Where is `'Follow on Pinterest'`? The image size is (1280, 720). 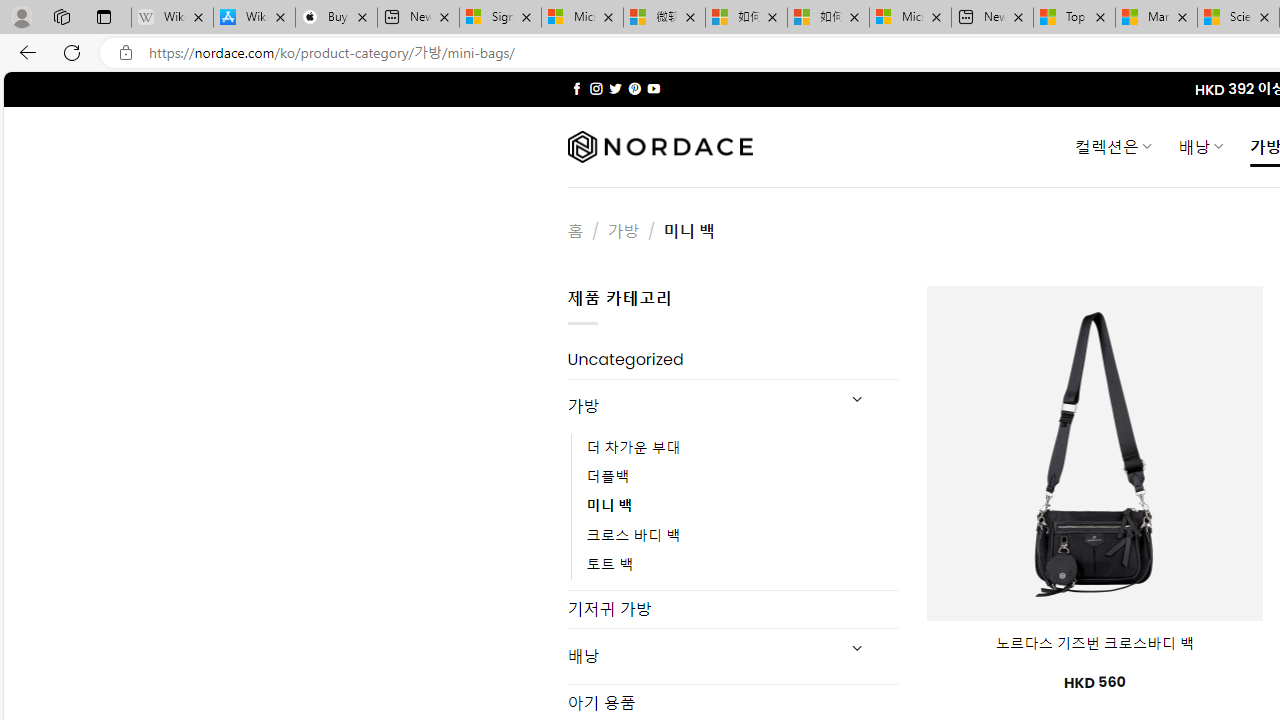
'Follow on Pinterest' is located at coordinates (633, 88).